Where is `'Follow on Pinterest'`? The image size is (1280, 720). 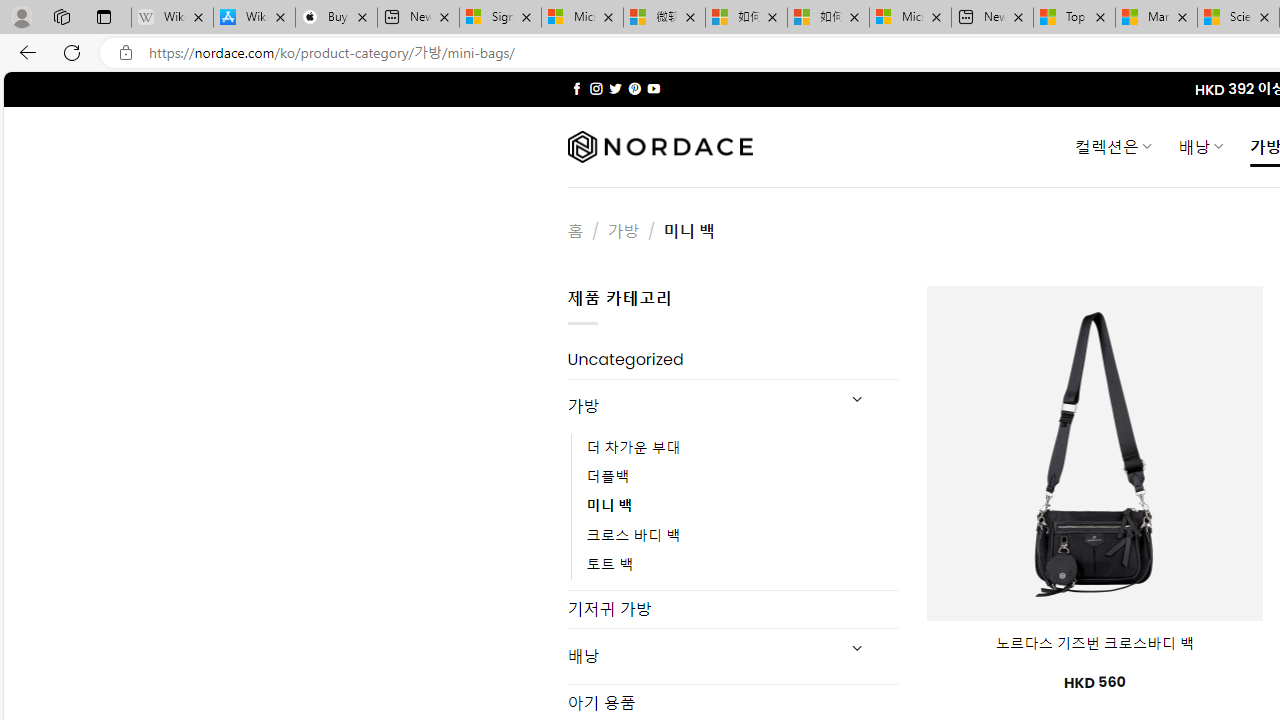
'Follow on Pinterest' is located at coordinates (633, 88).